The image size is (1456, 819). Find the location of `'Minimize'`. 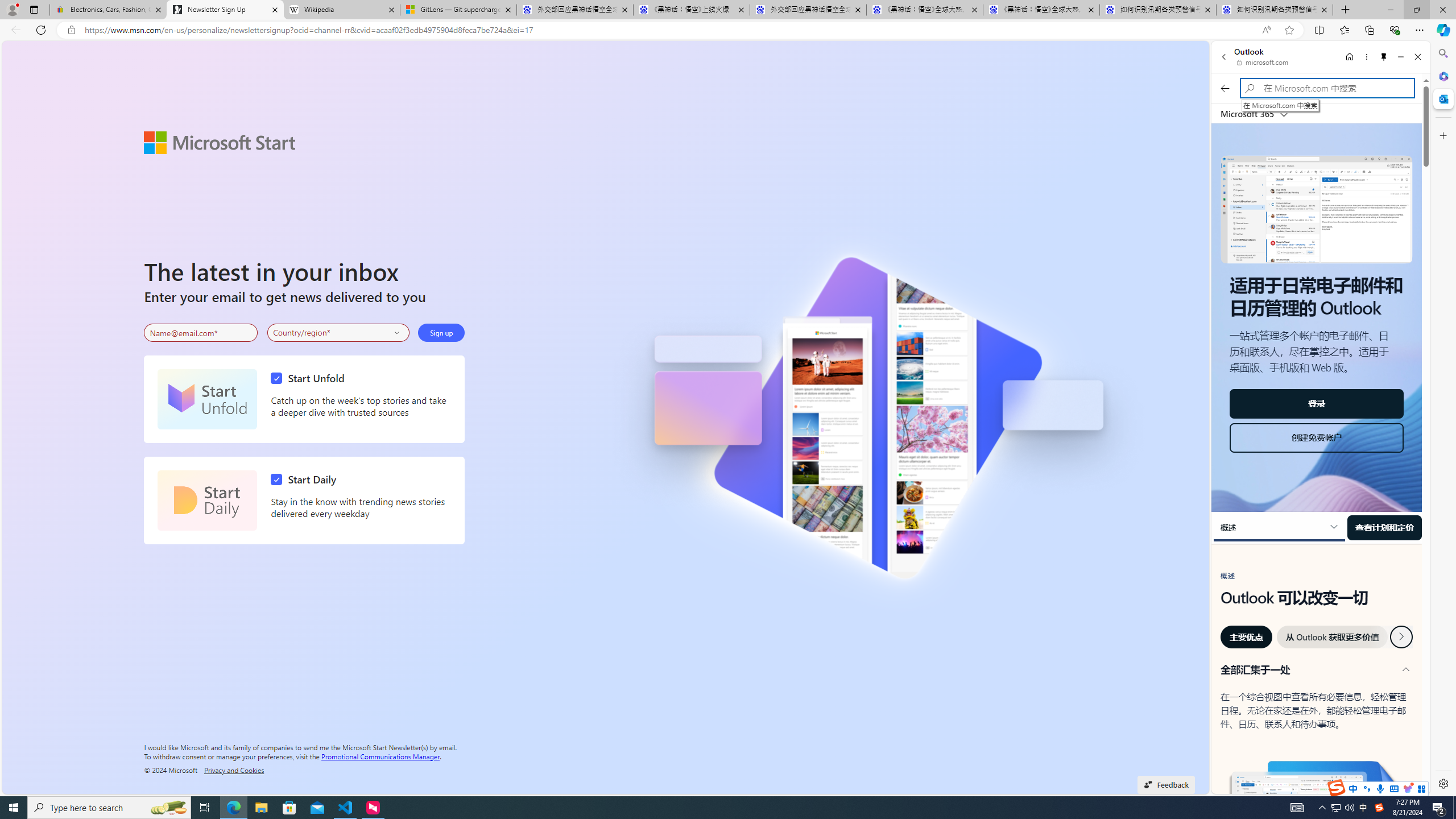

'Minimize' is located at coordinates (1401, 56).